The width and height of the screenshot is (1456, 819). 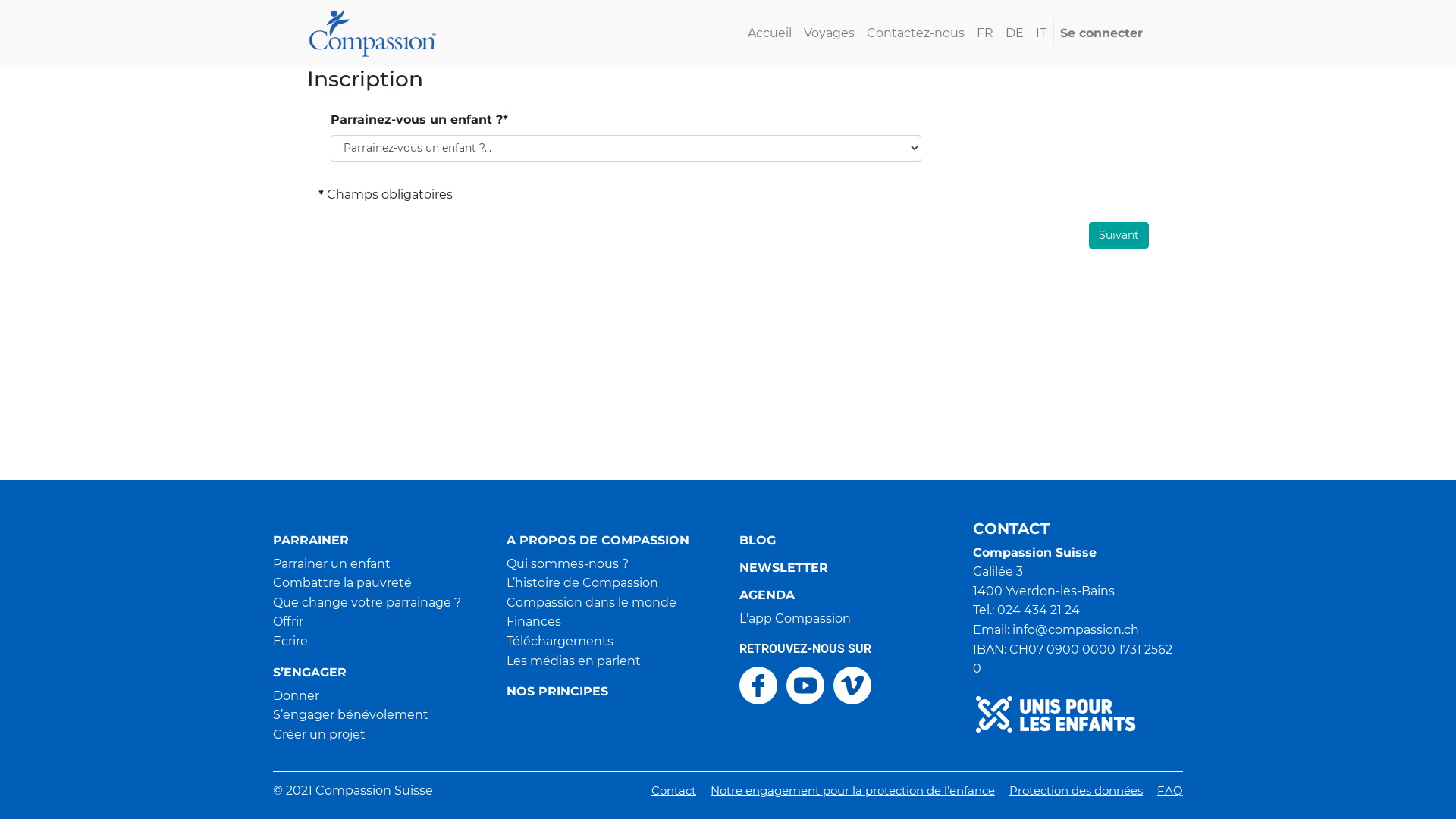 I want to click on 'IT', so click(x=1040, y=33).